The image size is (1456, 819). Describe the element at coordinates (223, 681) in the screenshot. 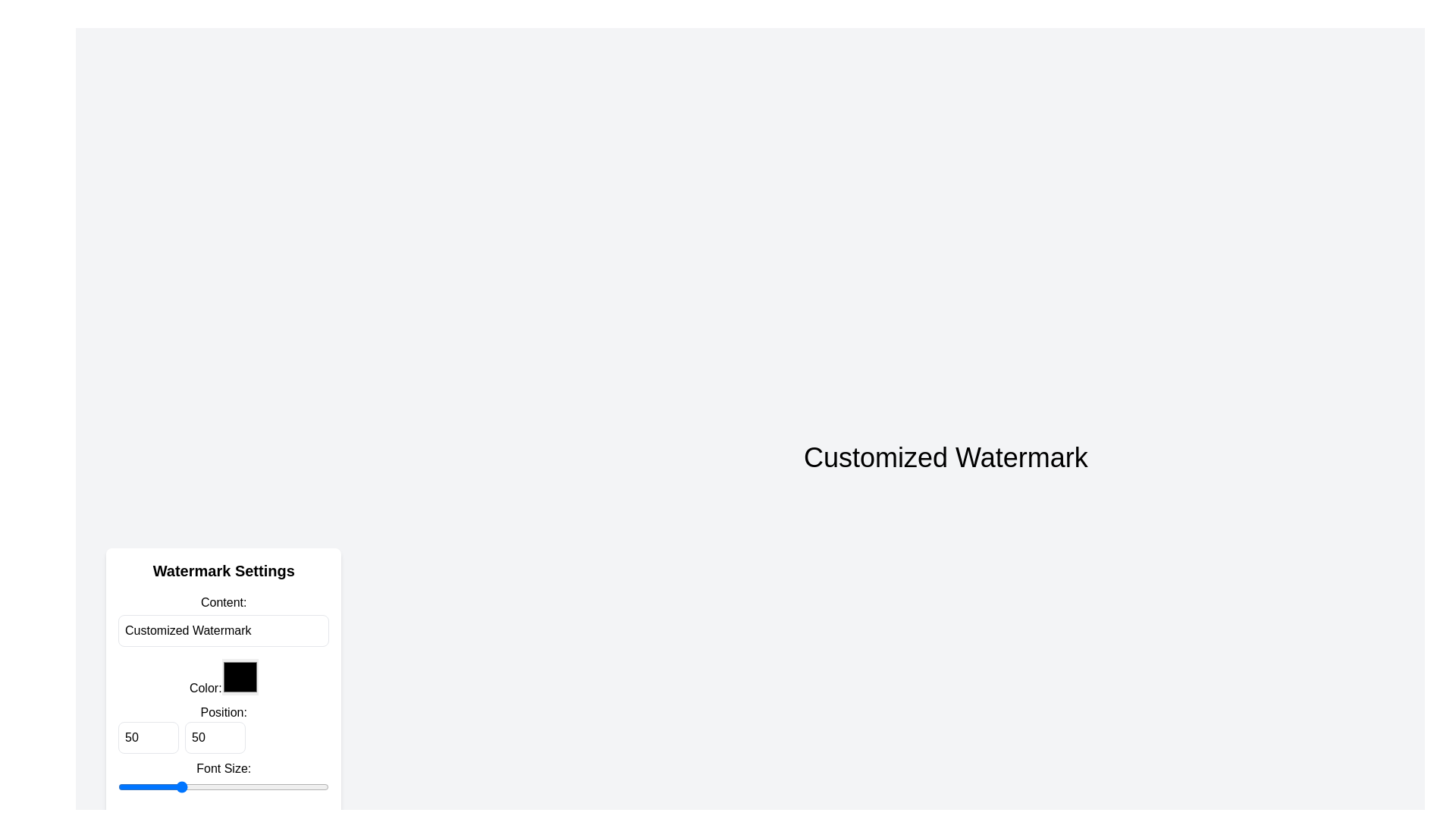

I see `from the center of the square color picker input field, which has a black background and is located under the 'Color:' label in the 'Watermark Settings' card` at that location.